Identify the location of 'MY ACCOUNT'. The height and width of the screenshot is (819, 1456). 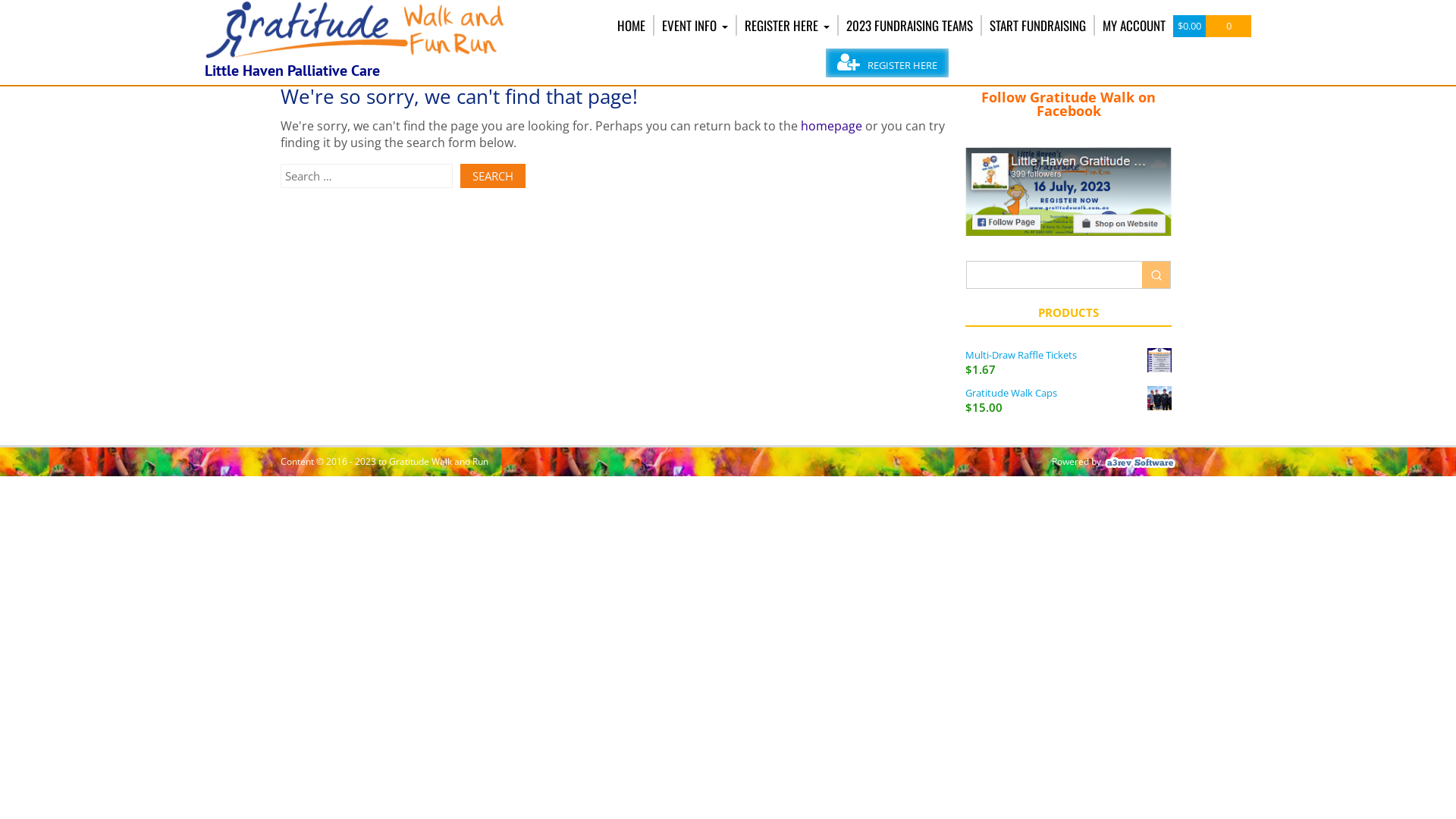
(1134, 25).